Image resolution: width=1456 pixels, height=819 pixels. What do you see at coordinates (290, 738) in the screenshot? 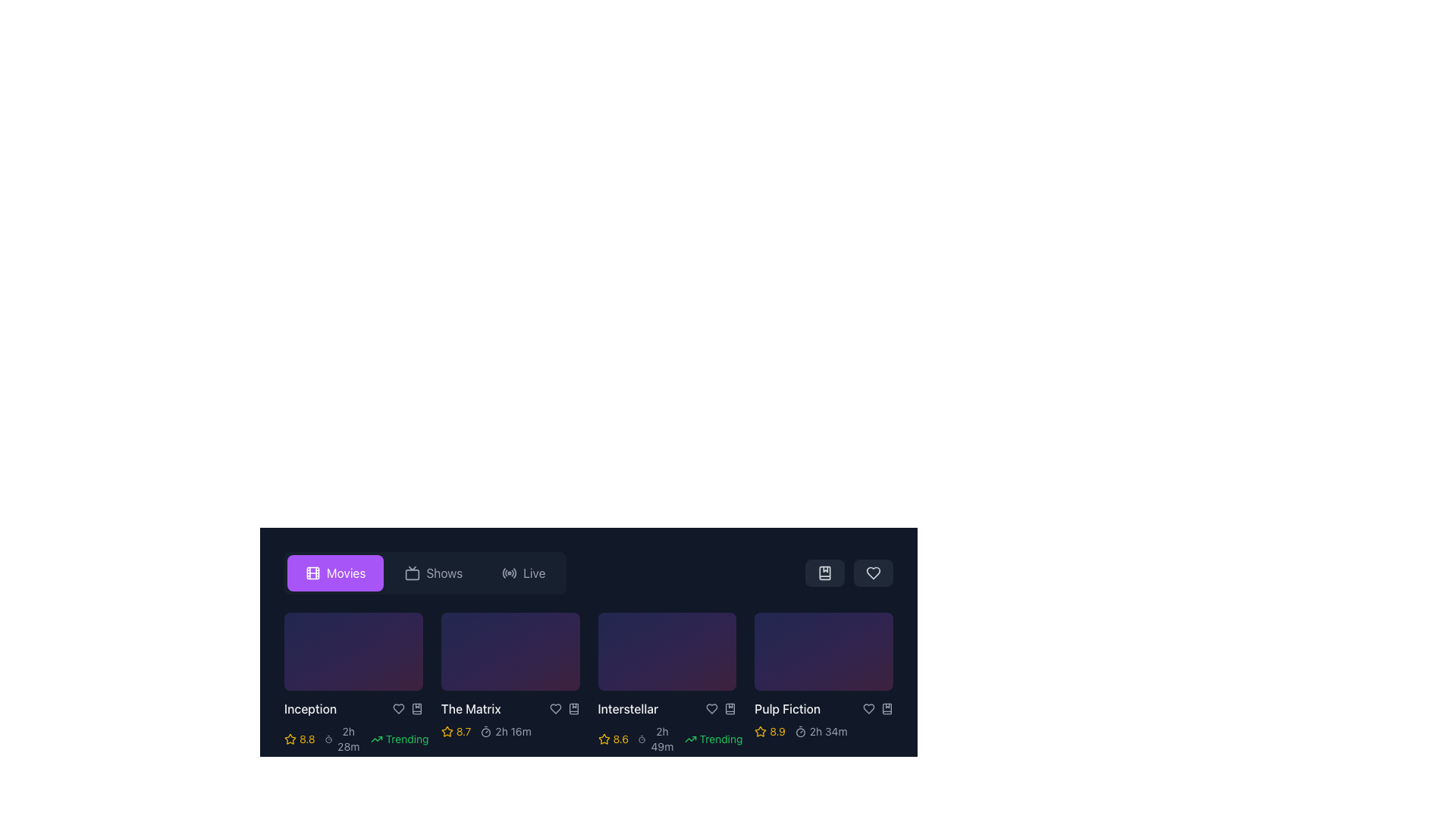
I see `the rating icon that visually represents the significance of the numerical rating '8.8' for the movie 'Inception'` at bounding box center [290, 738].